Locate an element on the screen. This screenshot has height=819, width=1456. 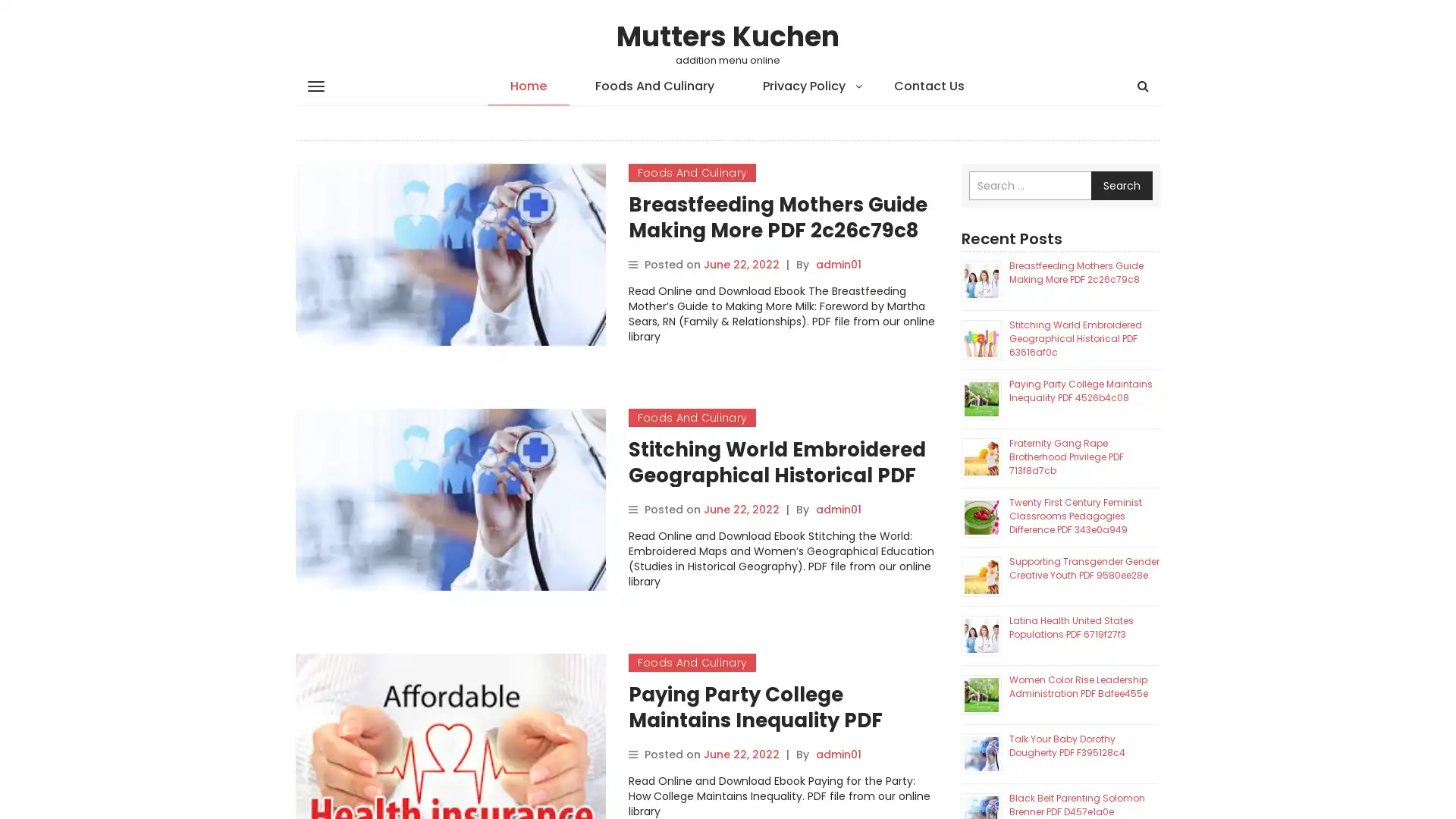
Search is located at coordinates (1122, 185).